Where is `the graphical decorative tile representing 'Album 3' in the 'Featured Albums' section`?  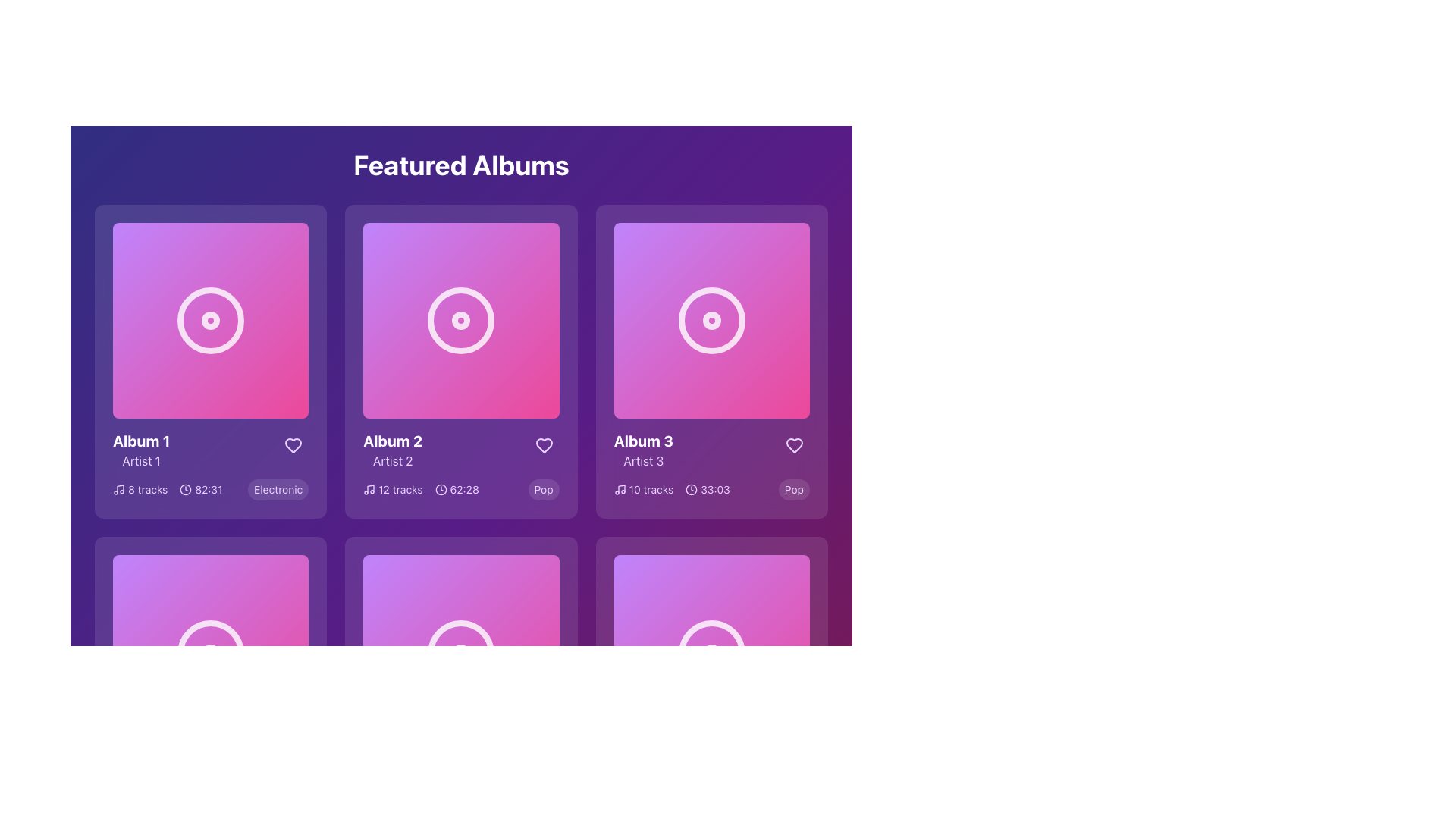
the graphical decorative tile representing 'Album 3' in the 'Featured Albums' section is located at coordinates (711, 320).